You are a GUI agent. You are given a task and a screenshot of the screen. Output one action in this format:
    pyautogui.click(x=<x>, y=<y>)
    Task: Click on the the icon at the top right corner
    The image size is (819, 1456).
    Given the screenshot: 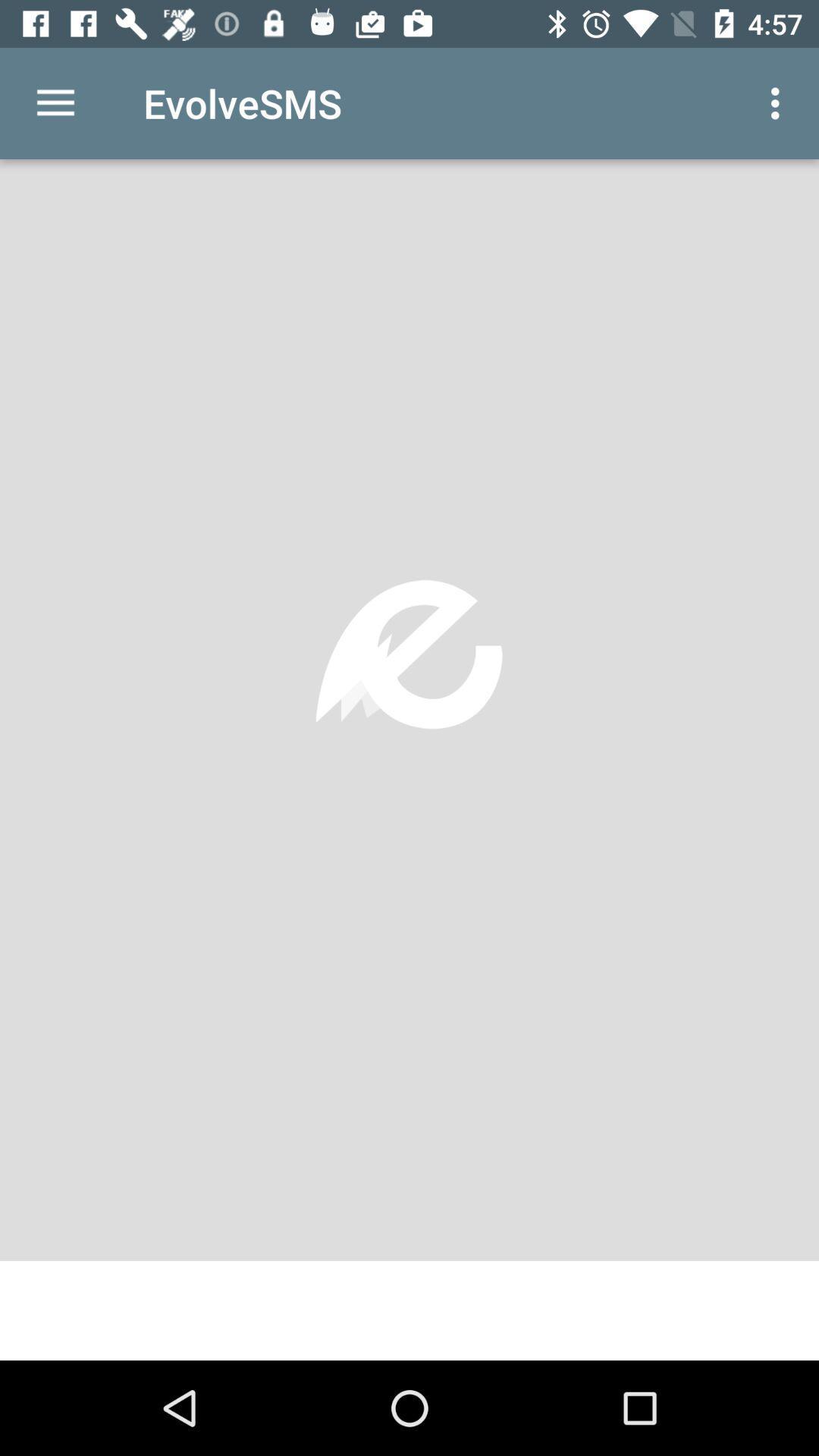 What is the action you would take?
    pyautogui.click(x=779, y=102)
    